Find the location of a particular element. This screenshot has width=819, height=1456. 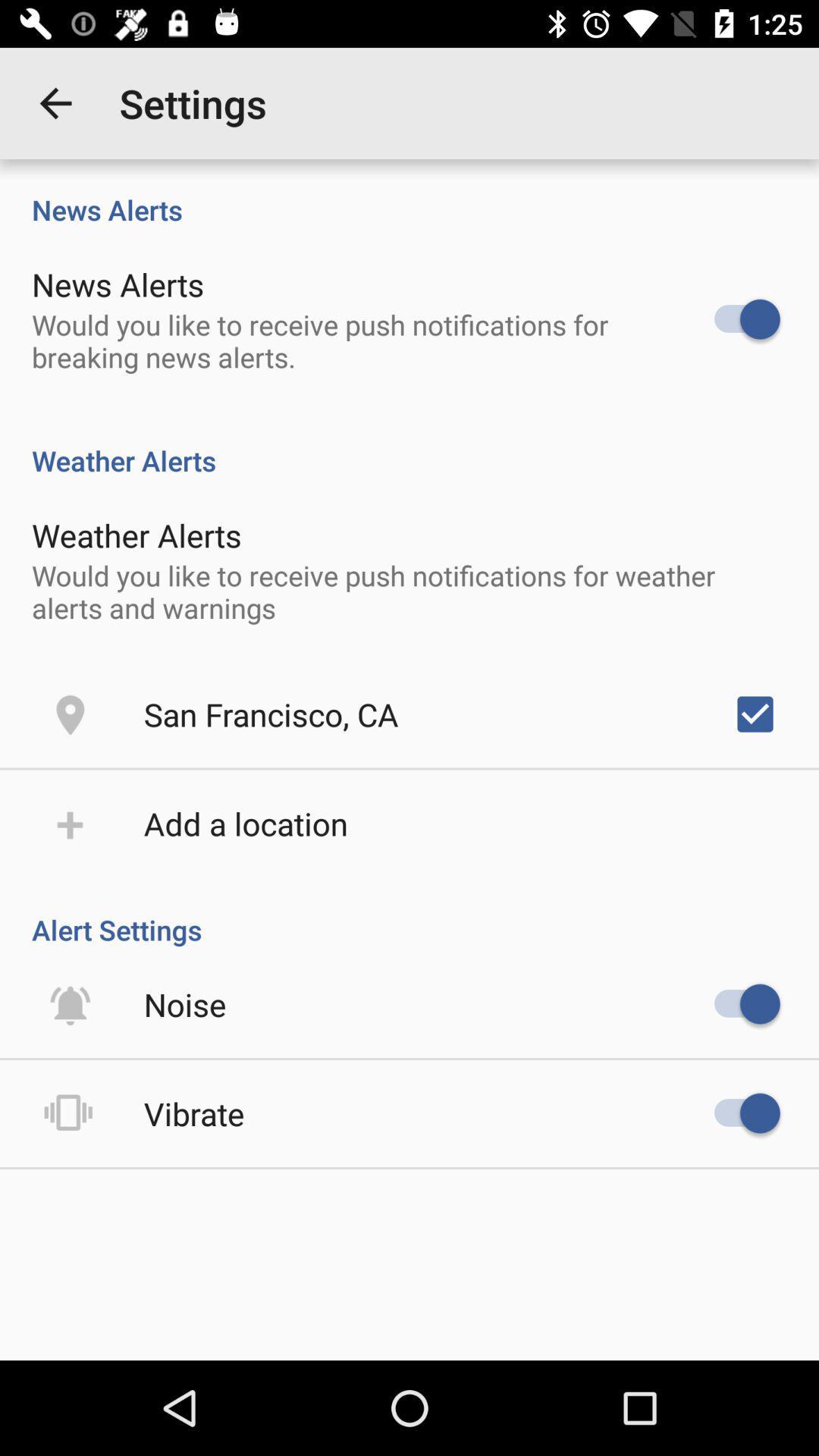

add a location icon is located at coordinates (245, 822).